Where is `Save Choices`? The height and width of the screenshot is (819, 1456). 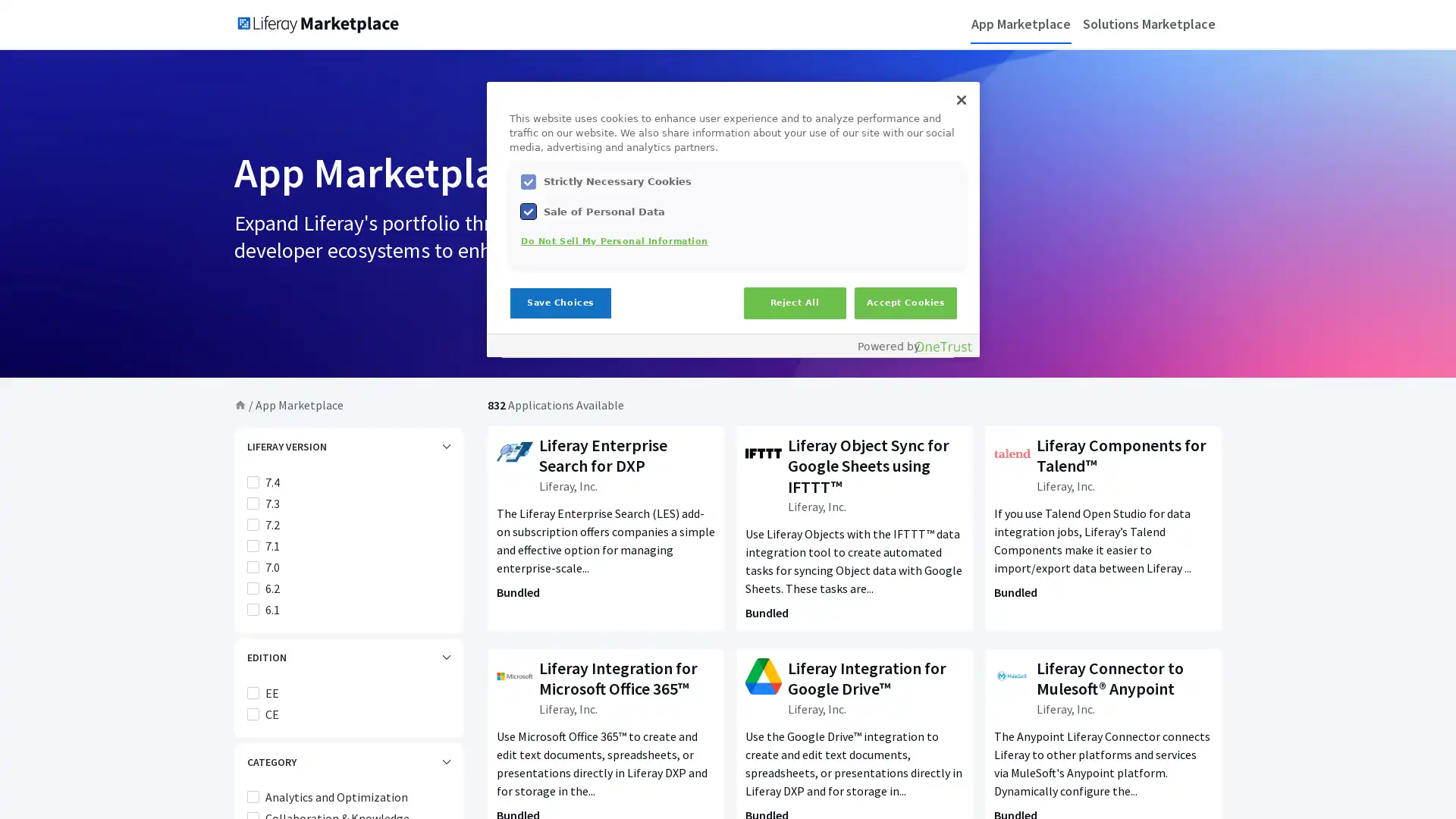 Save Choices is located at coordinates (560, 302).